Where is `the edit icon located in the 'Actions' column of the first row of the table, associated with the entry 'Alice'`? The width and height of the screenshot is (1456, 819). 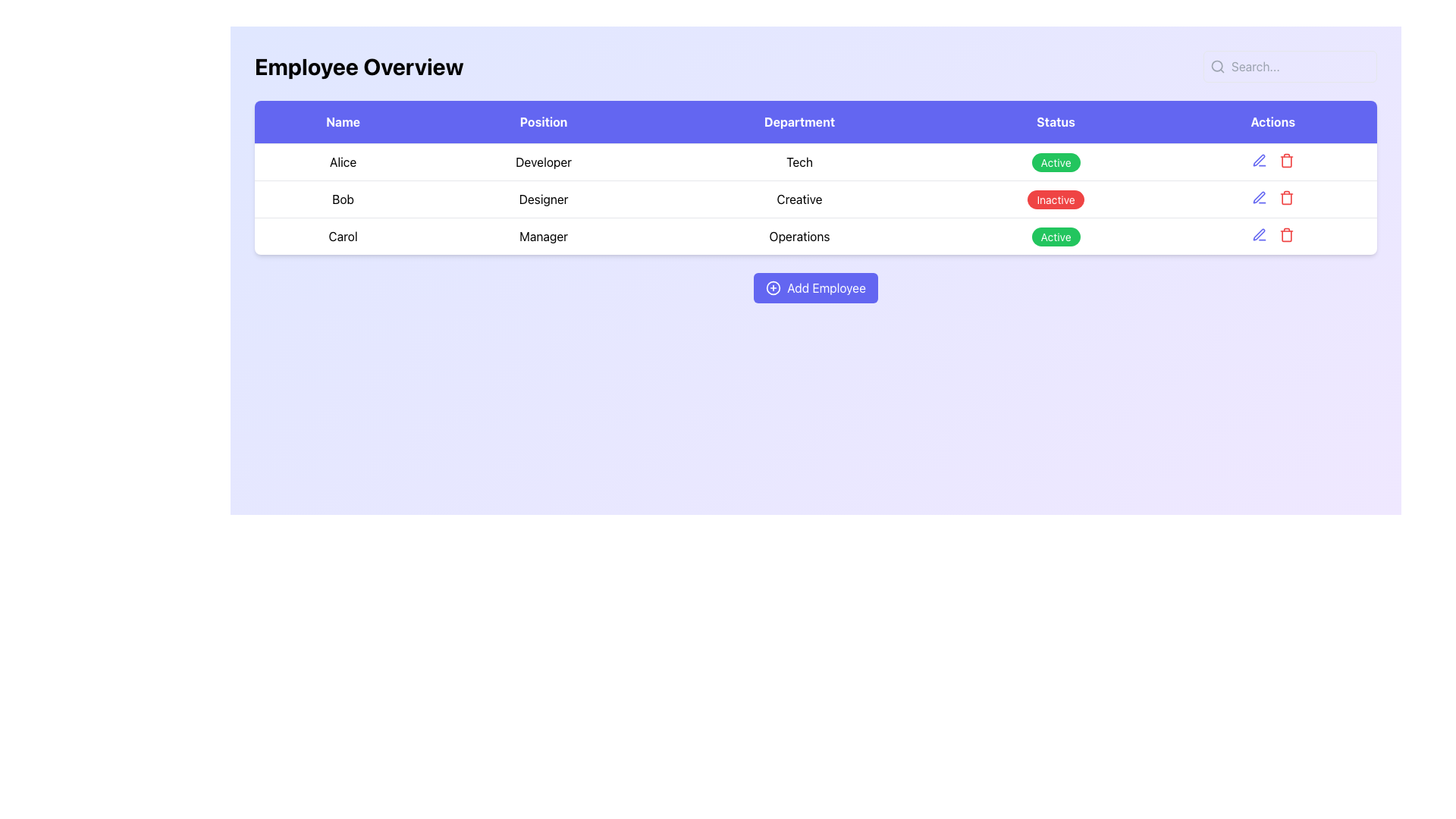
the edit icon located in the 'Actions' column of the first row of the table, associated with the entry 'Alice' is located at coordinates (1272, 161).